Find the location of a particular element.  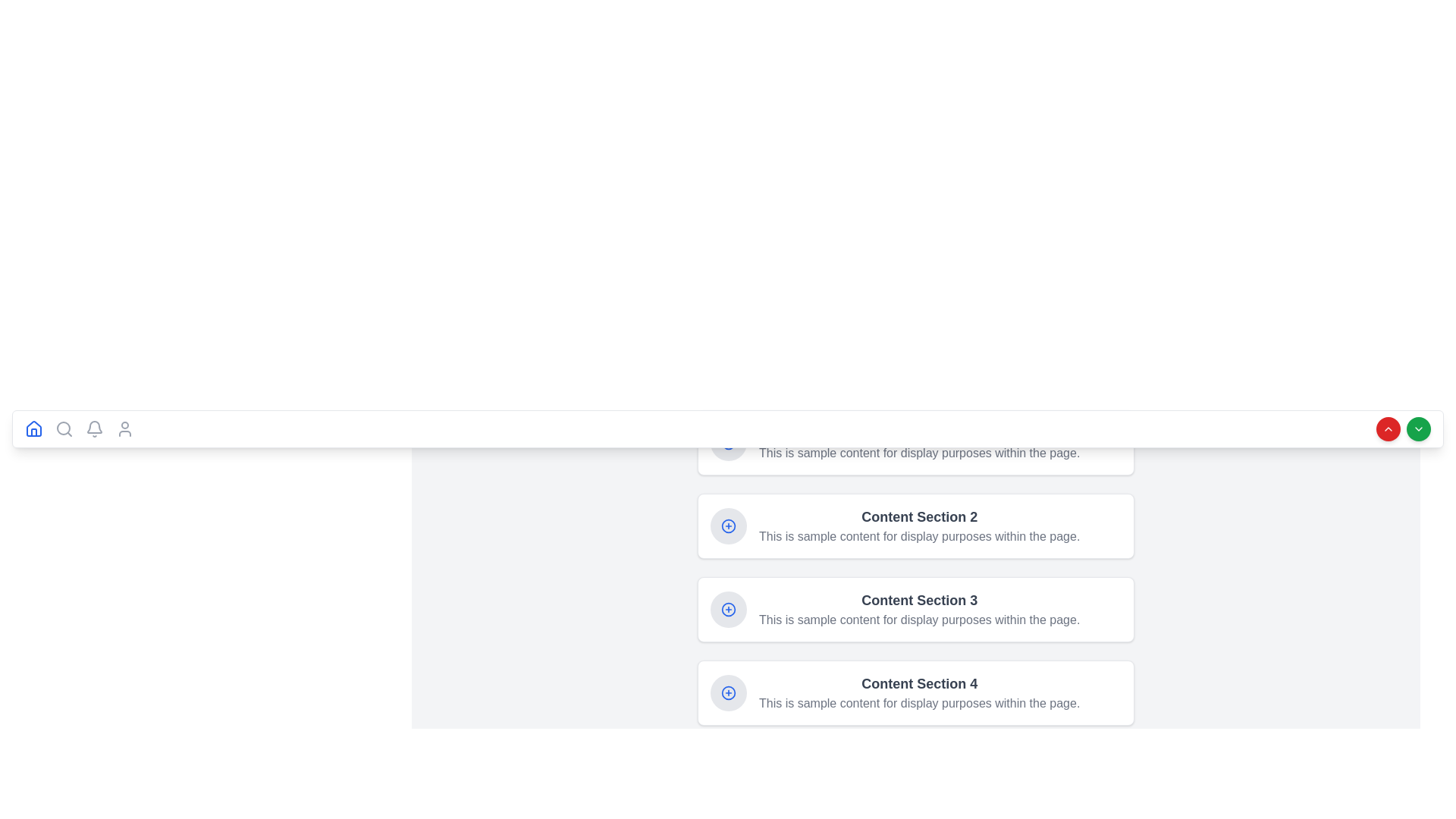

the button located to the far right of the interface, adjacent to a green circular button is located at coordinates (1403, 429).